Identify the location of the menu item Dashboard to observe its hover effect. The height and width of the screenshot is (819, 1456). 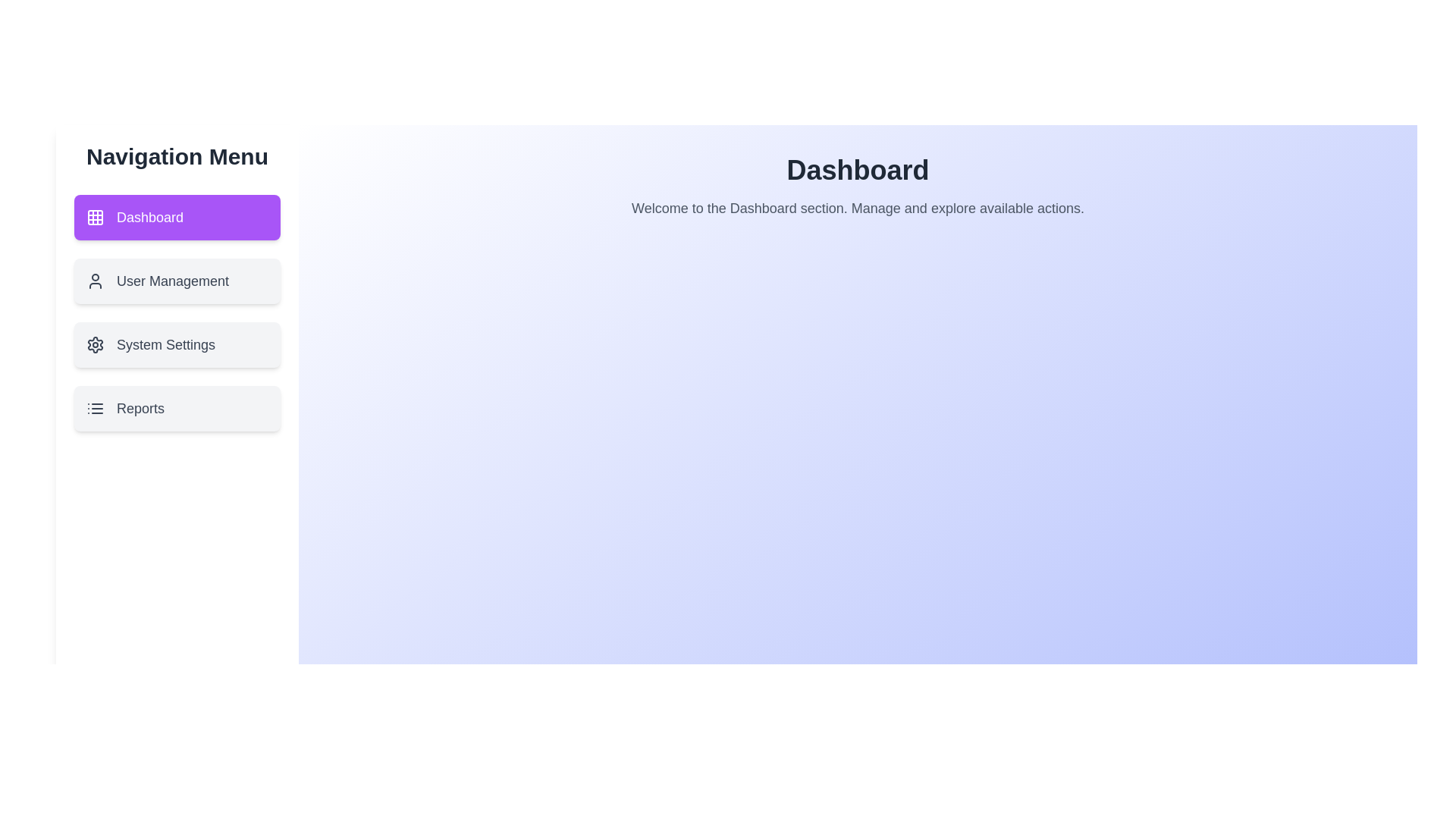
(177, 217).